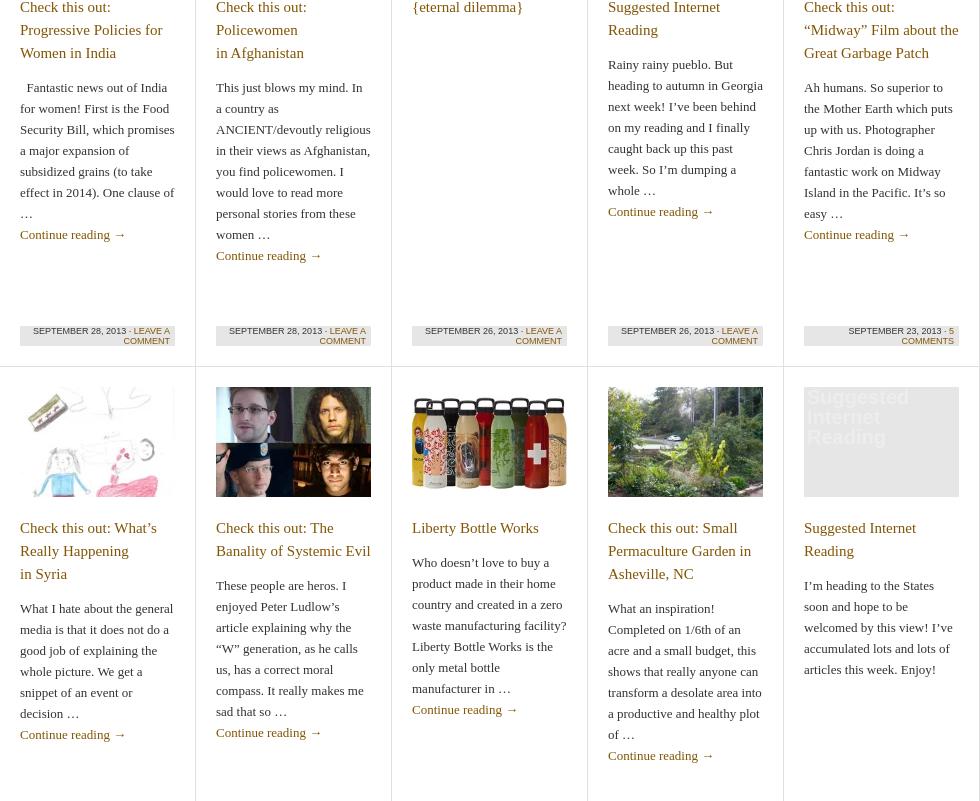 This screenshot has height=801, width=980. I want to click on 'Check this out: The Banality of Systemic Evil', so click(293, 539).